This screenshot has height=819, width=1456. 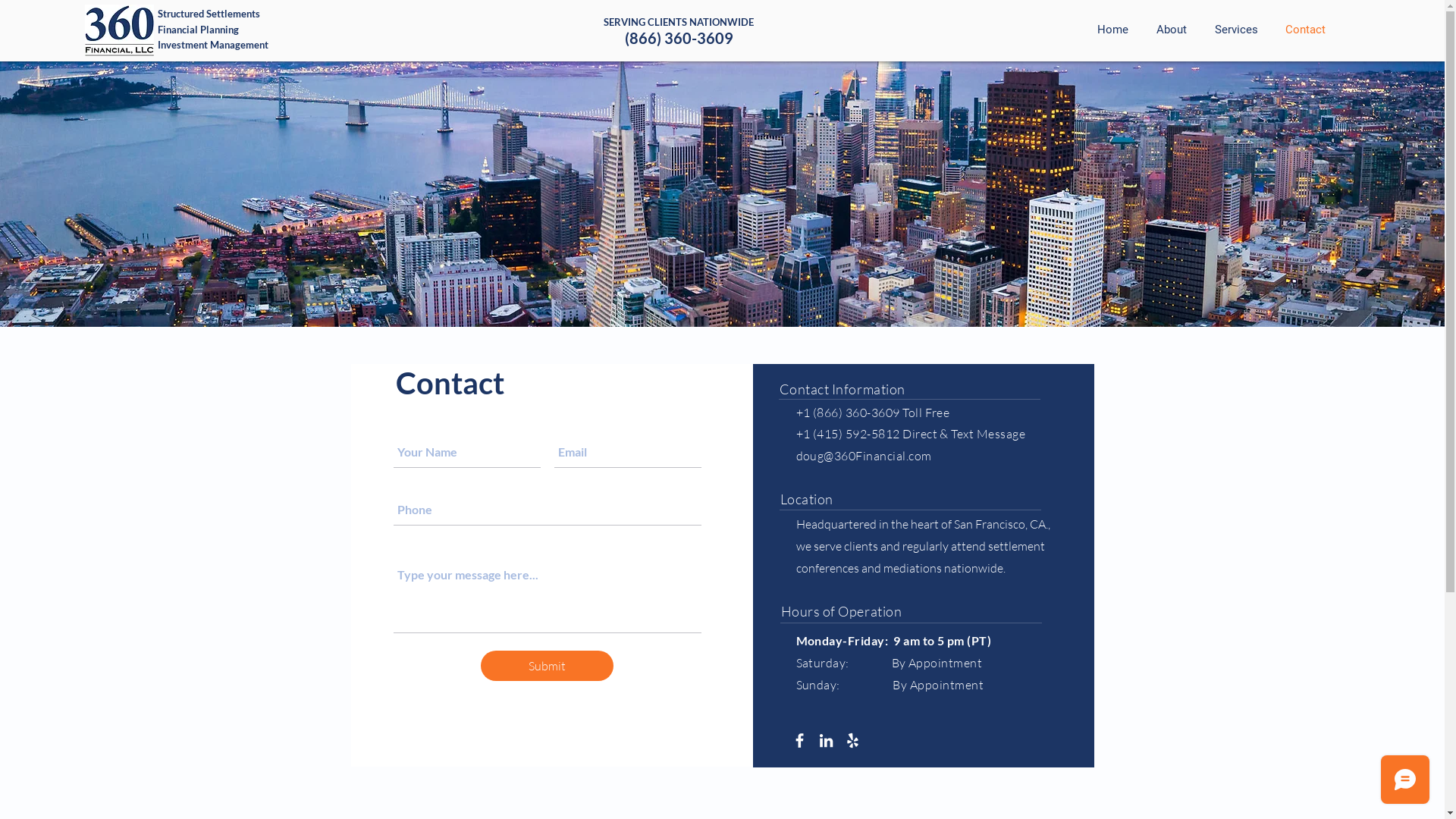 What do you see at coordinates (1110, 29) in the screenshot?
I see `'Home'` at bounding box center [1110, 29].